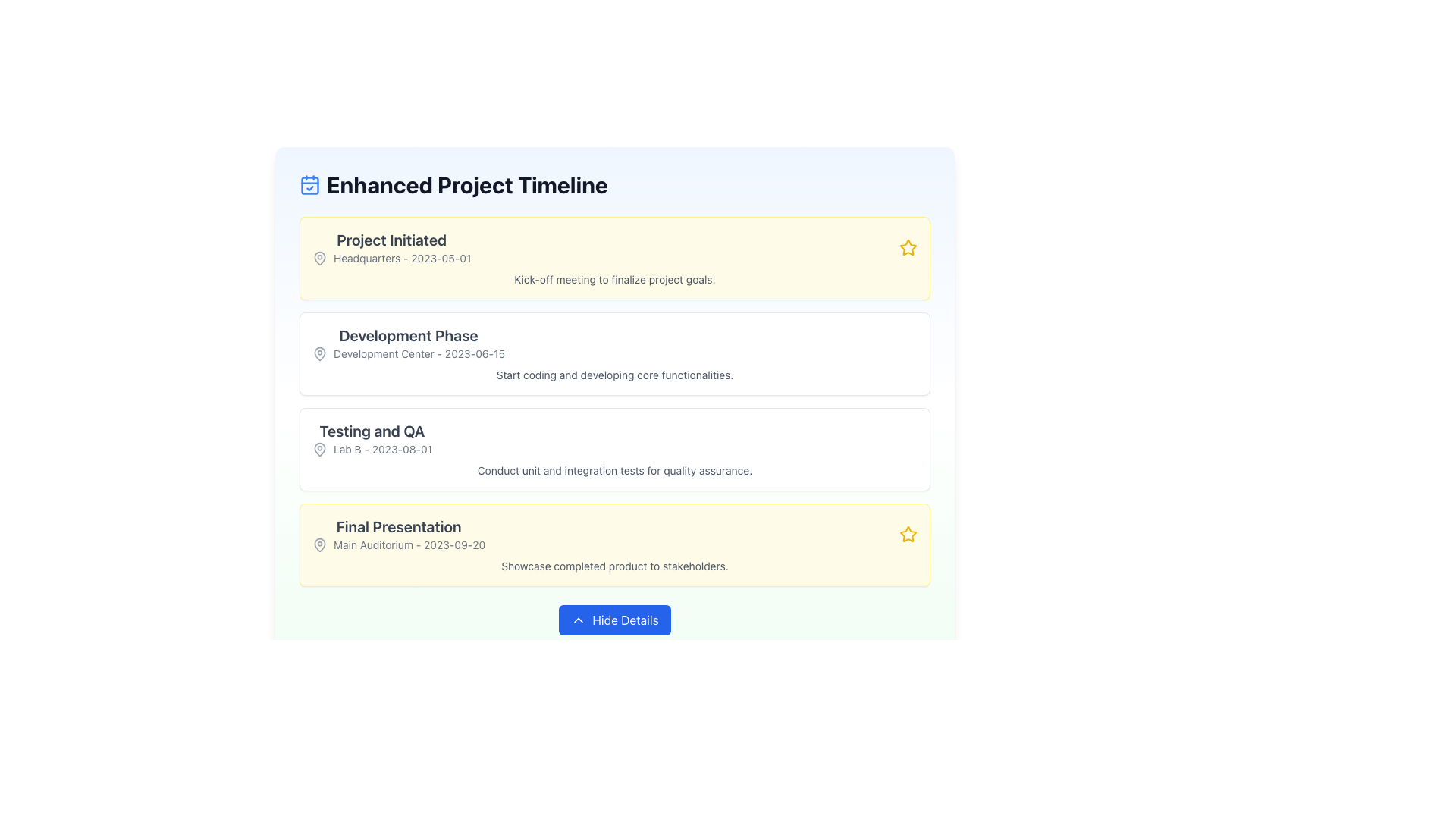 This screenshot has width=1456, height=819. What do you see at coordinates (372, 438) in the screenshot?
I see `the text element labeled 'Testing and QA' which includes the decorative location icon and is positioned in the third section of the timeline list` at bounding box center [372, 438].